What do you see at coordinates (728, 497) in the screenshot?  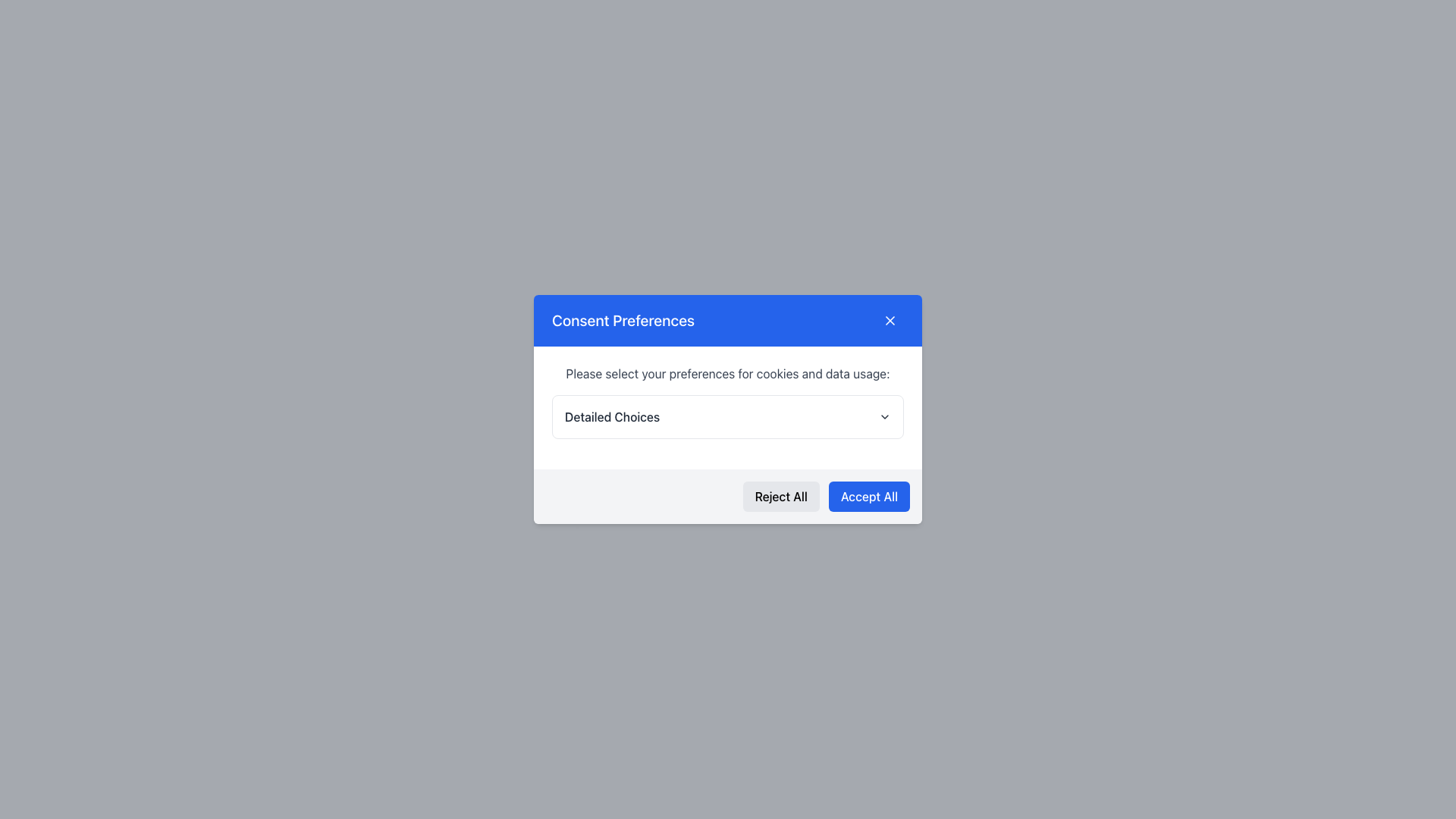 I see `the button group in the bottom section of the 'Consent Preferences' dialog box` at bounding box center [728, 497].